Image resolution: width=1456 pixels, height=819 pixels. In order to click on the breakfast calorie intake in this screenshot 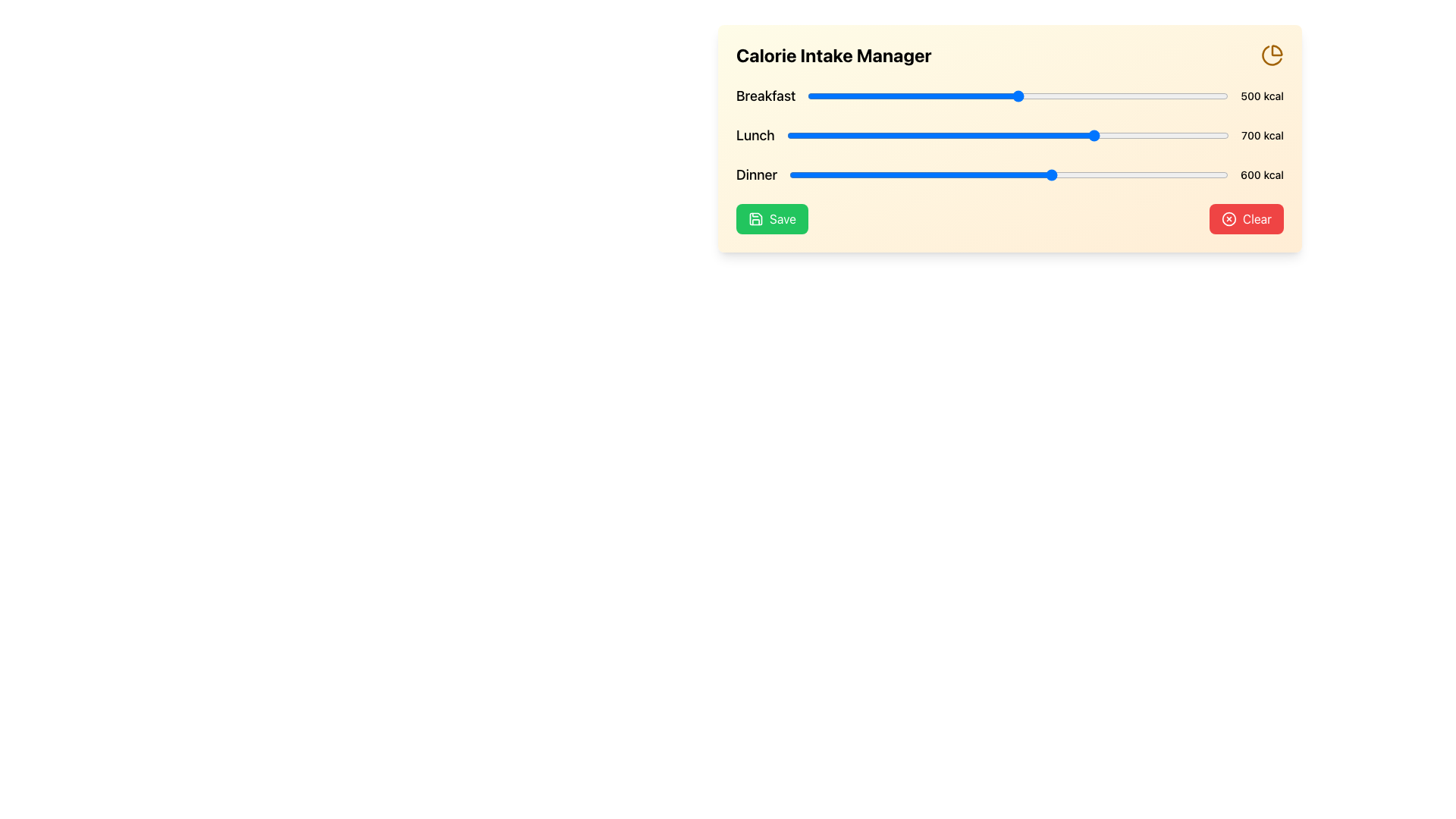, I will do `click(1048, 96)`.